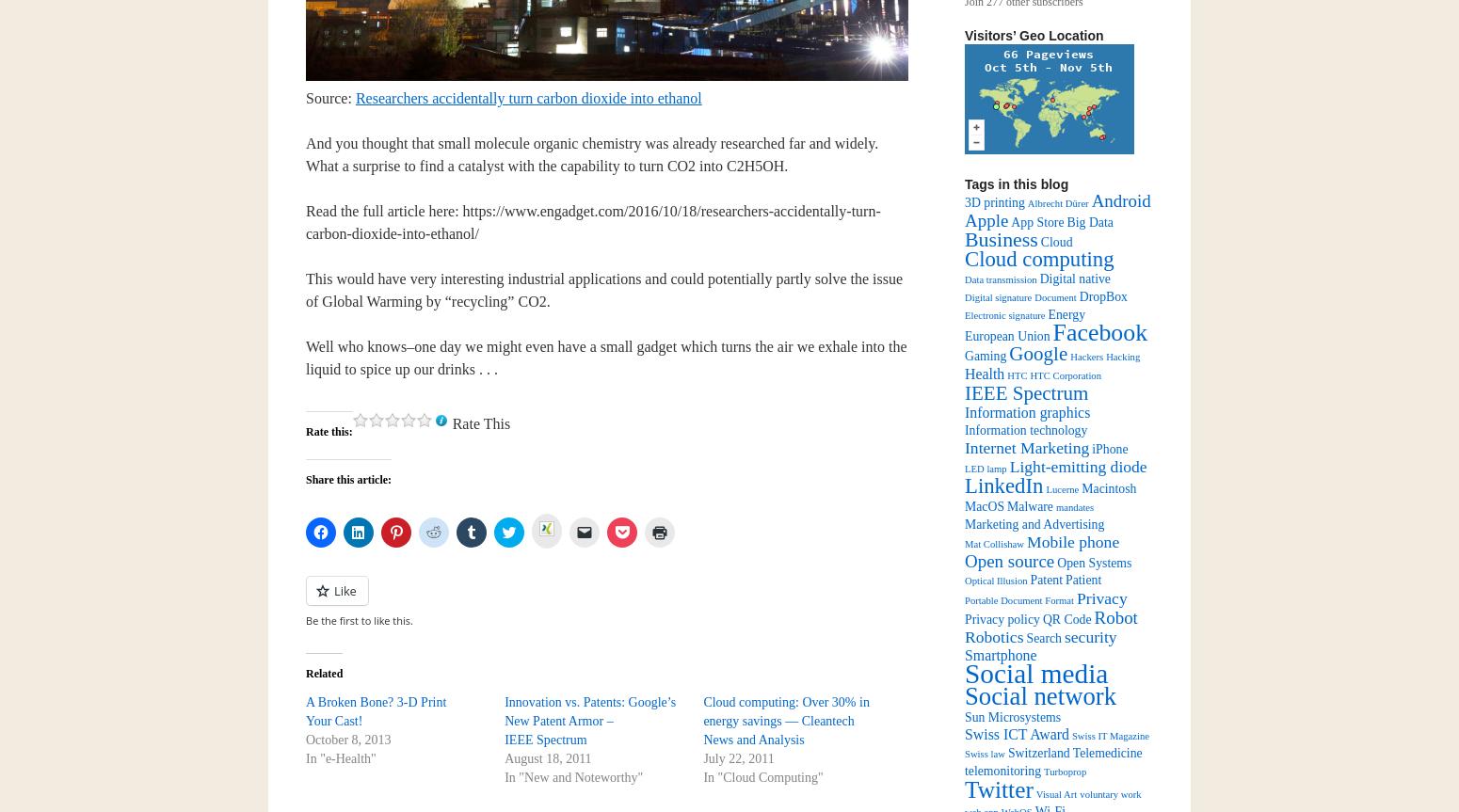 The height and width of the screenshot is (812, 1459). Describe the element at coordinates (1085, 357) in the screenshot. I see `'Hackers'` at that location.